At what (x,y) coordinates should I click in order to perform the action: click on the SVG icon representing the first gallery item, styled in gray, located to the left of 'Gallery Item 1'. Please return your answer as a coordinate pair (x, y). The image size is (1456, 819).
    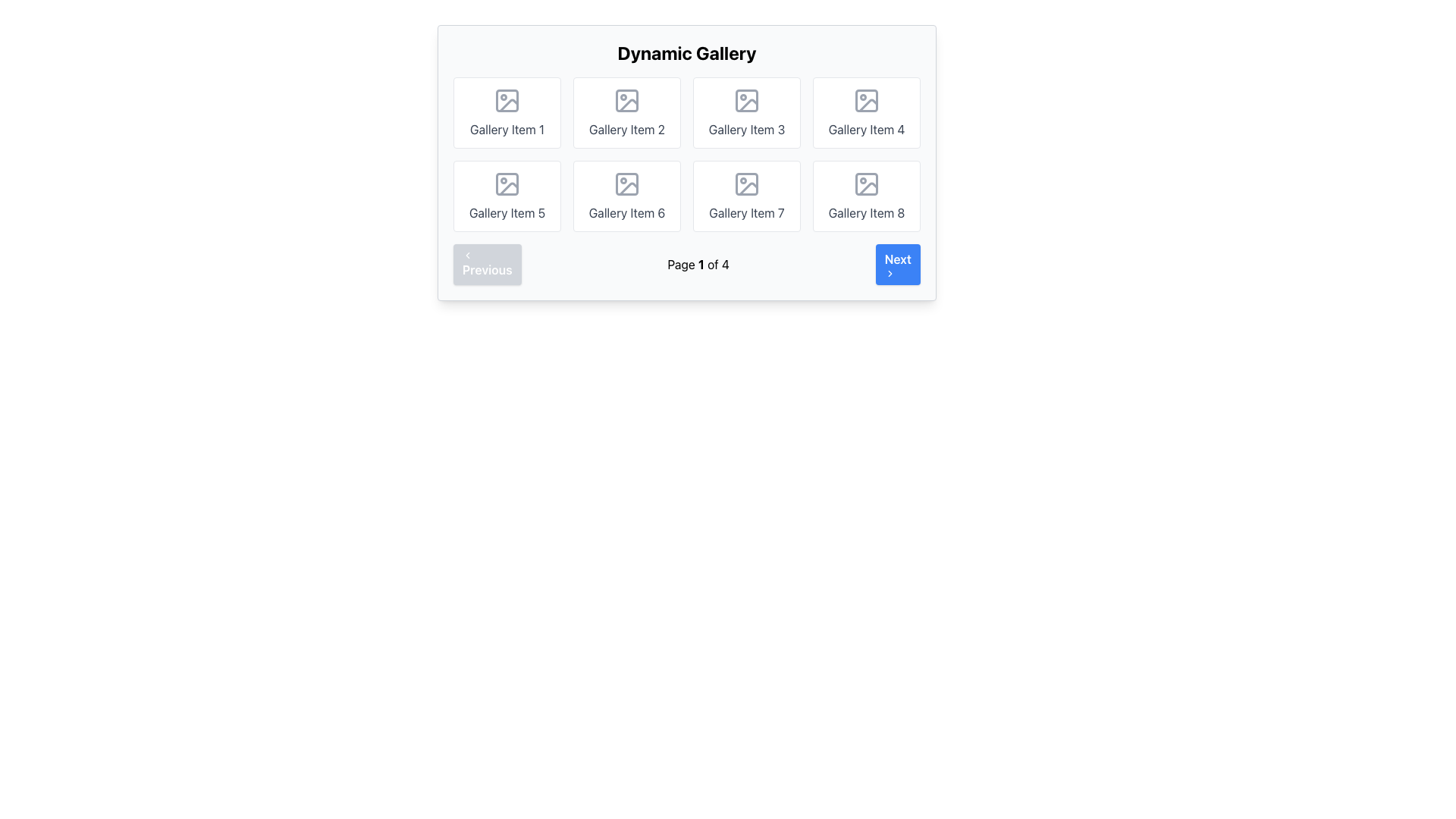
    Looking at the image, I should click on (507, 100).